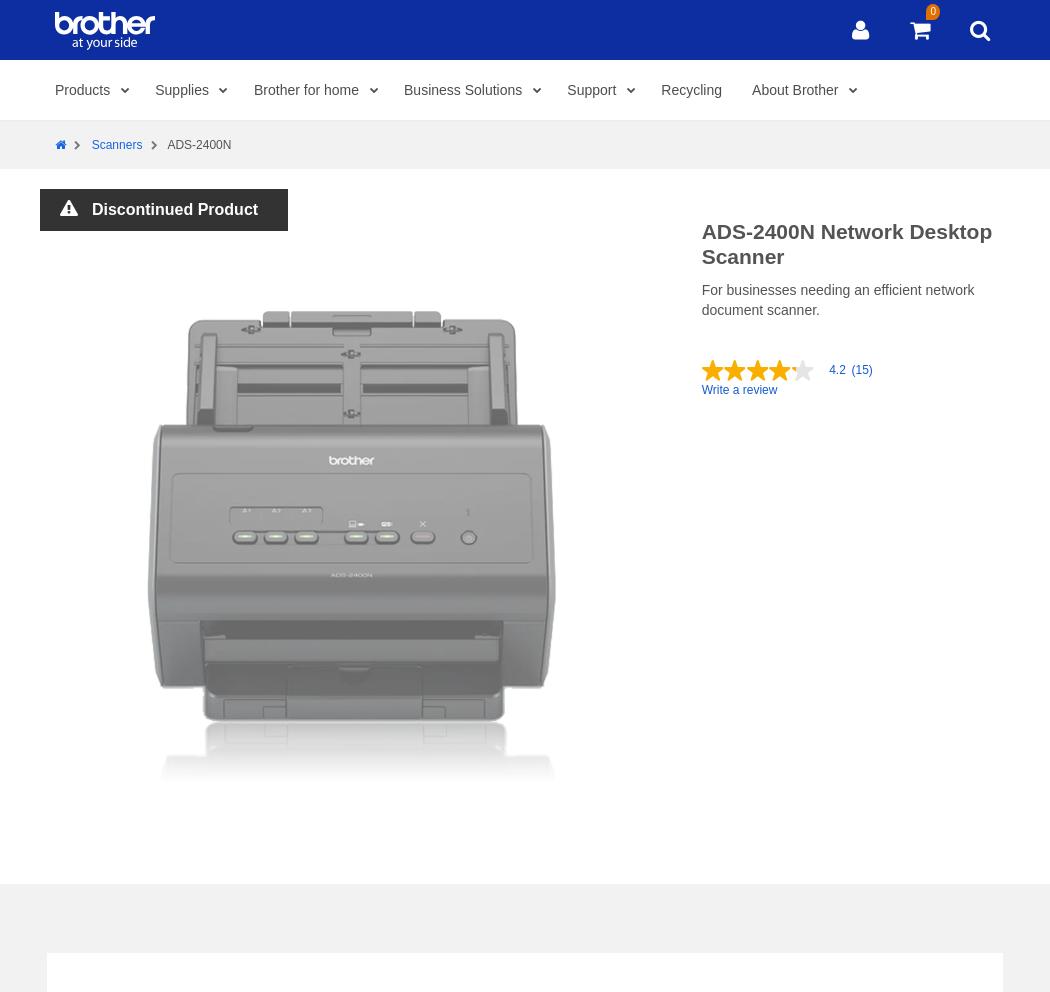 The image size is (1050, 992). I want to click on 'Support', so click(290, 31).